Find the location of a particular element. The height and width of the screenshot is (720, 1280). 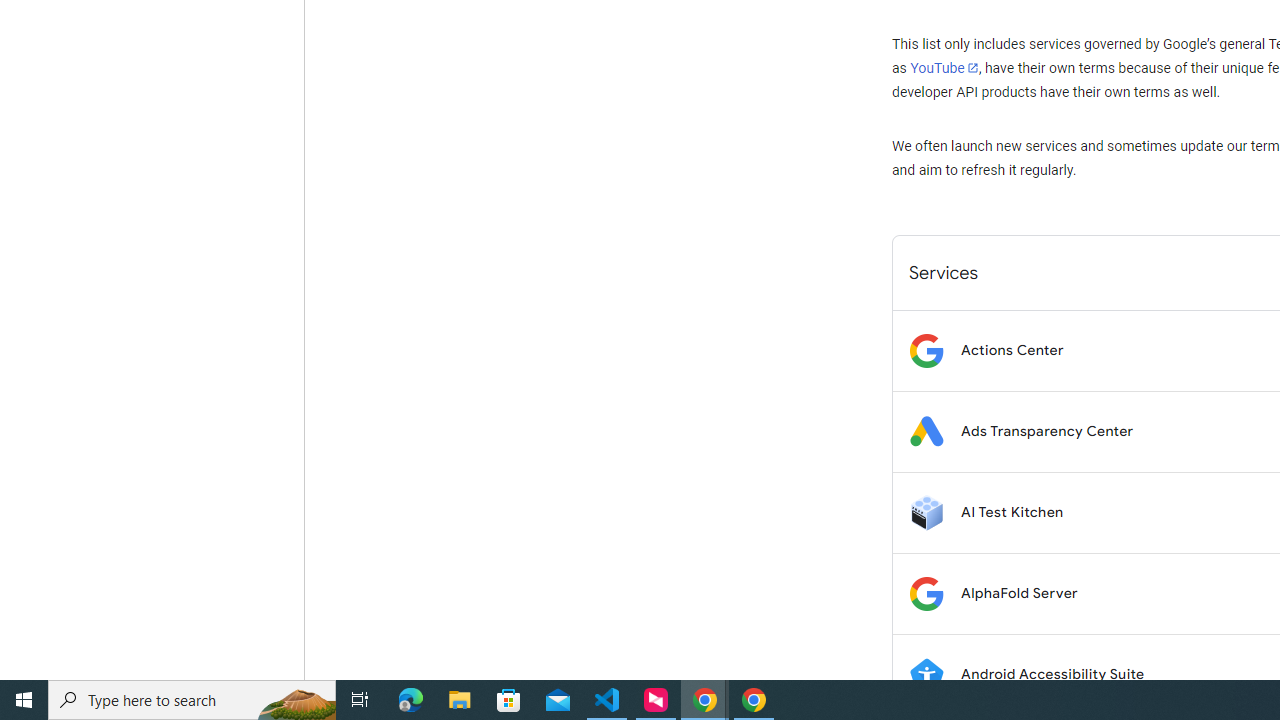

'YouTube' is located at coordinates (943, 67).